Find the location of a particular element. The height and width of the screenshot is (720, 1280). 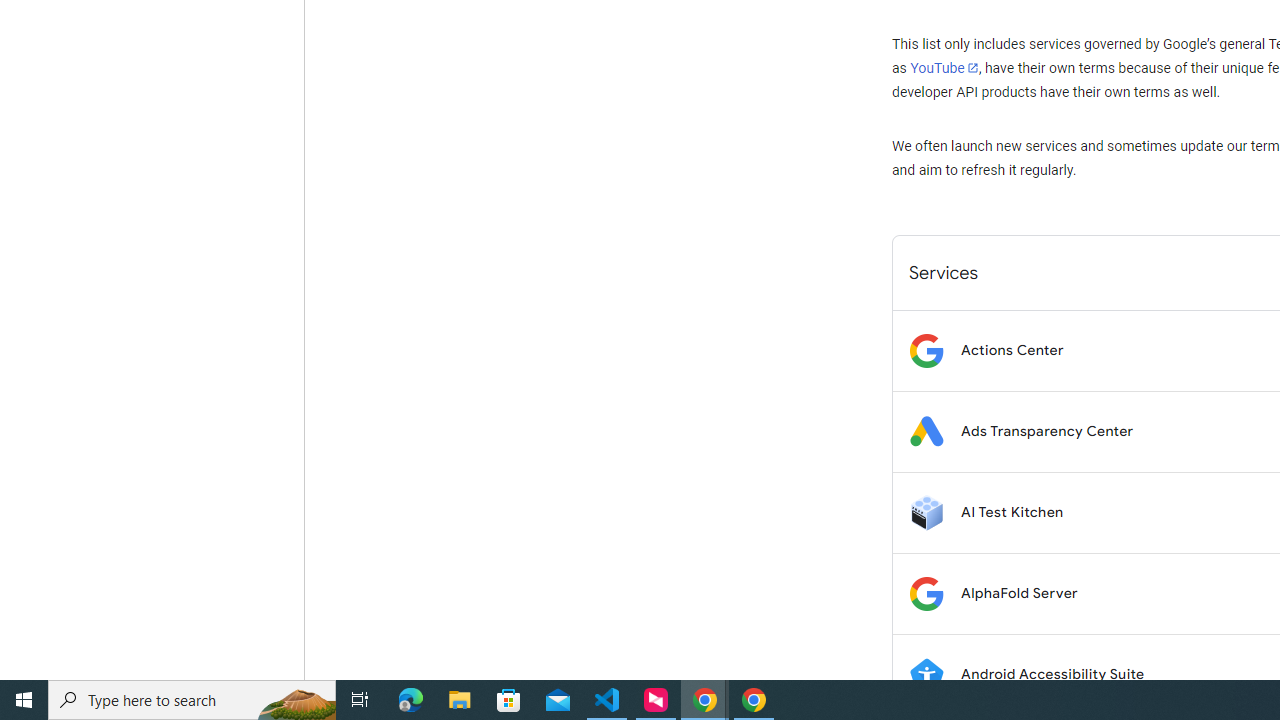

'YouTube' is located at coordinates (943, 67).